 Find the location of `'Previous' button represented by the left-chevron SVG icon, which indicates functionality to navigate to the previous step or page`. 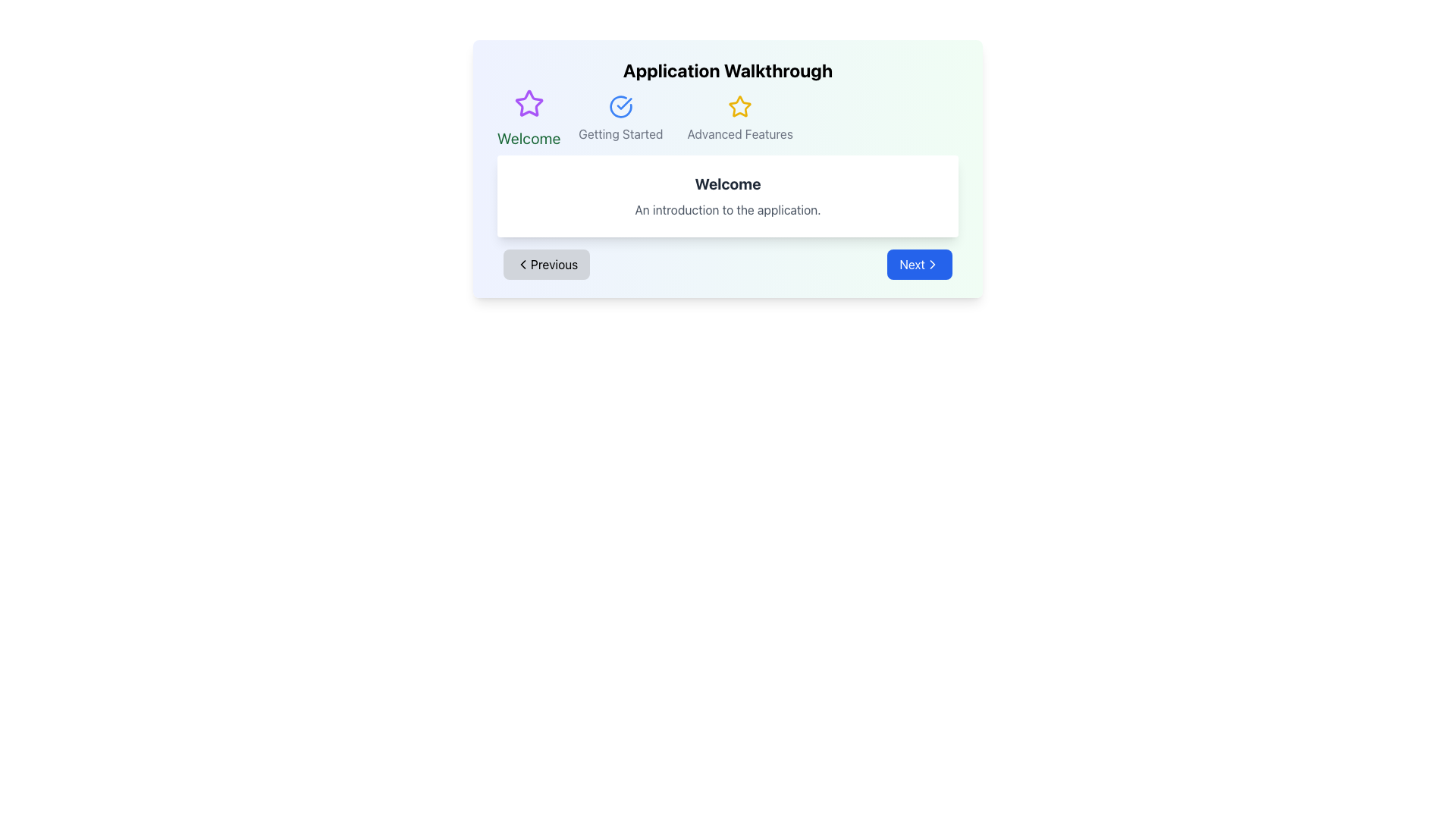

'Previous' button represented by the left-chevron SVG icon, which indicates functionality to navigate to the previous step or page is located at coordinates (523, 263).